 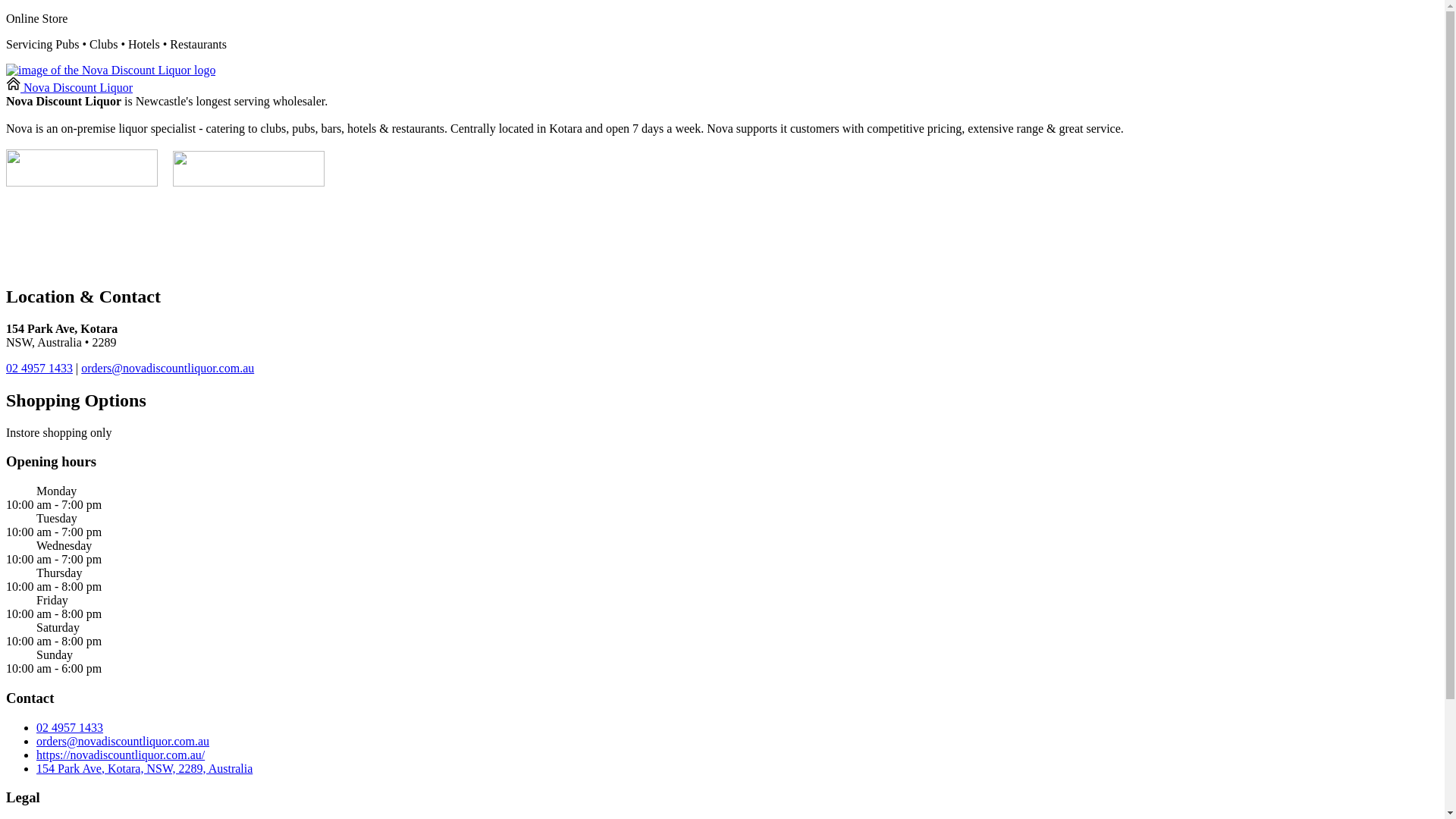 What do you see at coordinates (39, 368) in the screenshot?
I see `'02 4957 1433'` at bounding box center [39, 368].